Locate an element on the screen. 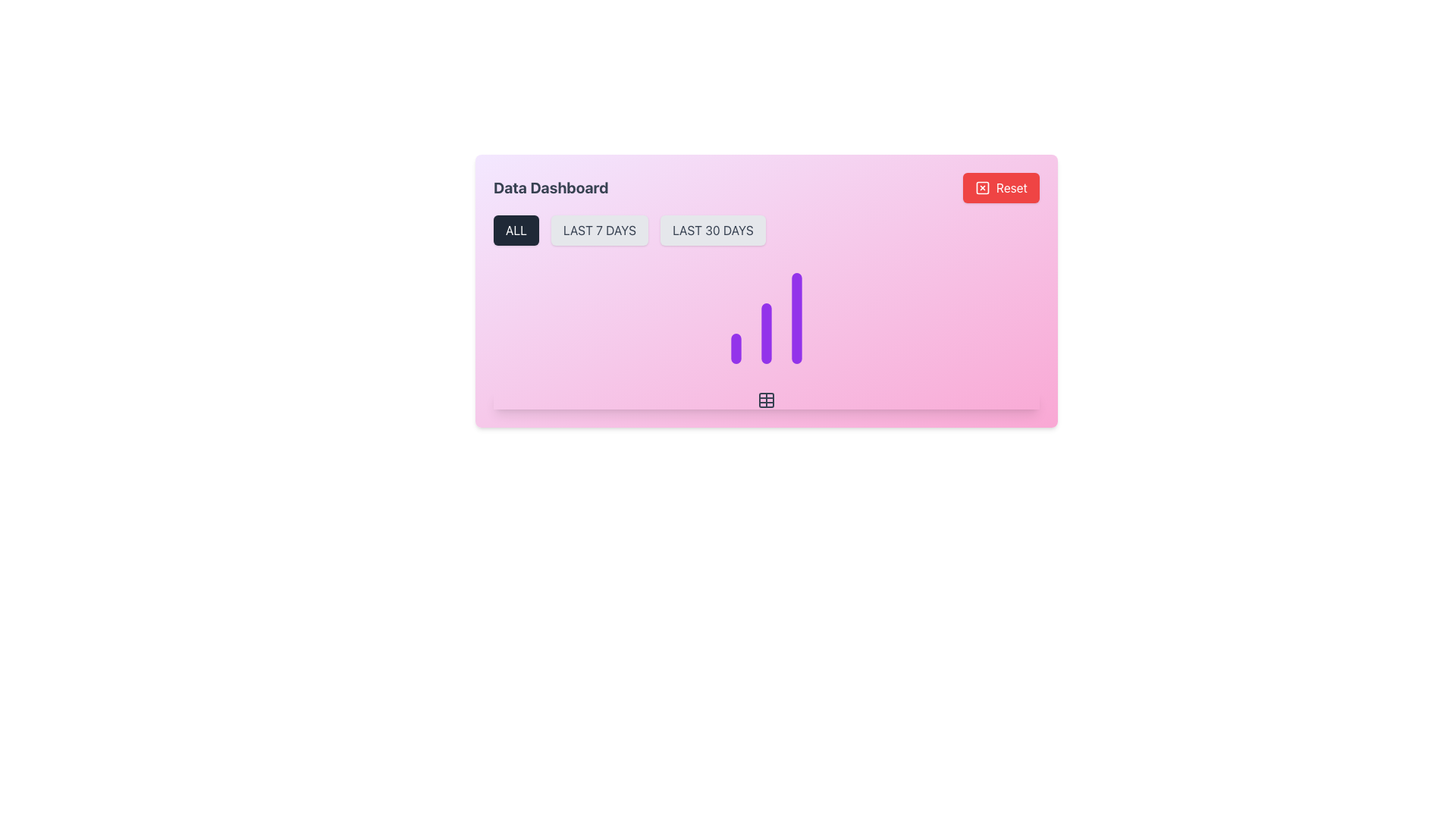 The image size is (1456, 819). the purple bar chart located in the middle section of the interface, beneath the filter buttons labeled 'ALL', 'LAST 7 DAYS', and 'LAST 30 DAYS' is located at coordinates (767, 318).